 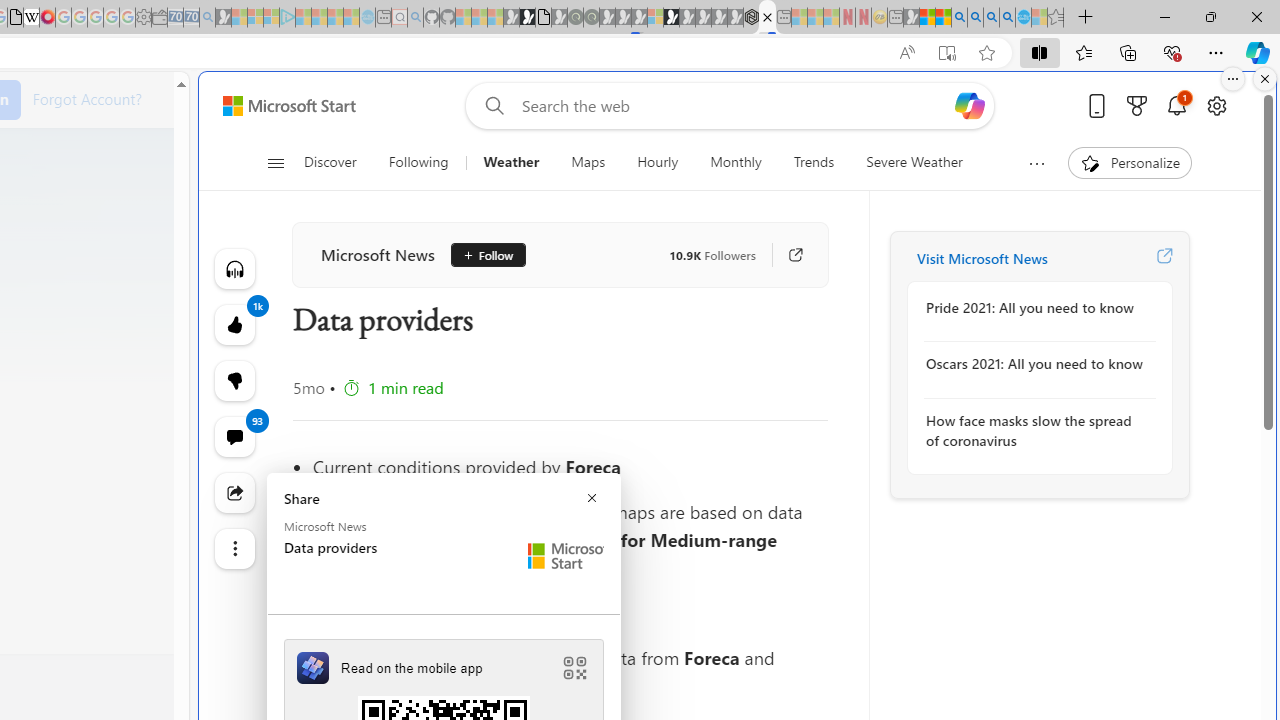 I want to click on 'Sign in to your account - Sleeping', so click(x=655, y=17).